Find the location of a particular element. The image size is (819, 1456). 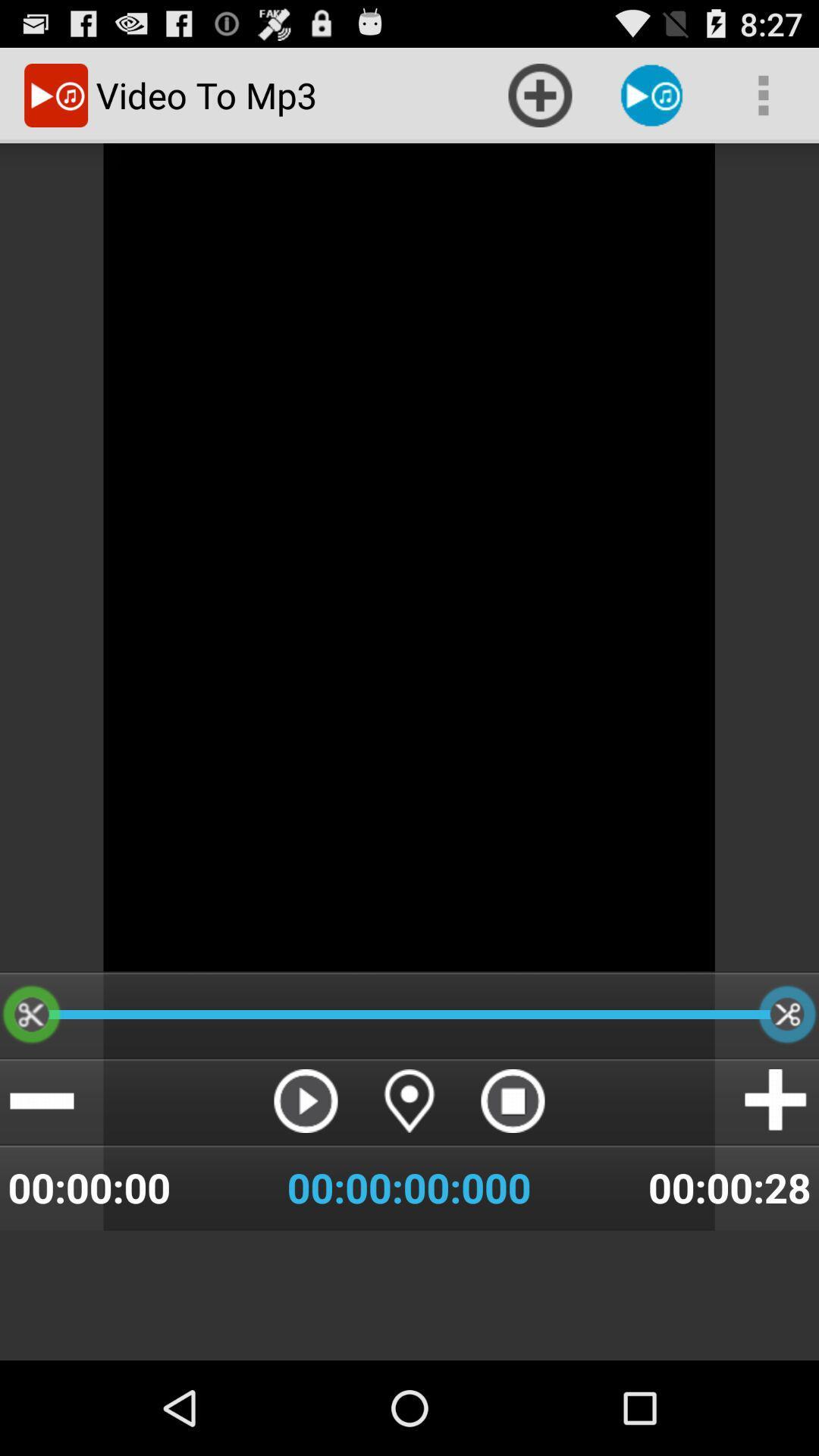

the minus icon is located at coordinates (41, 1178).